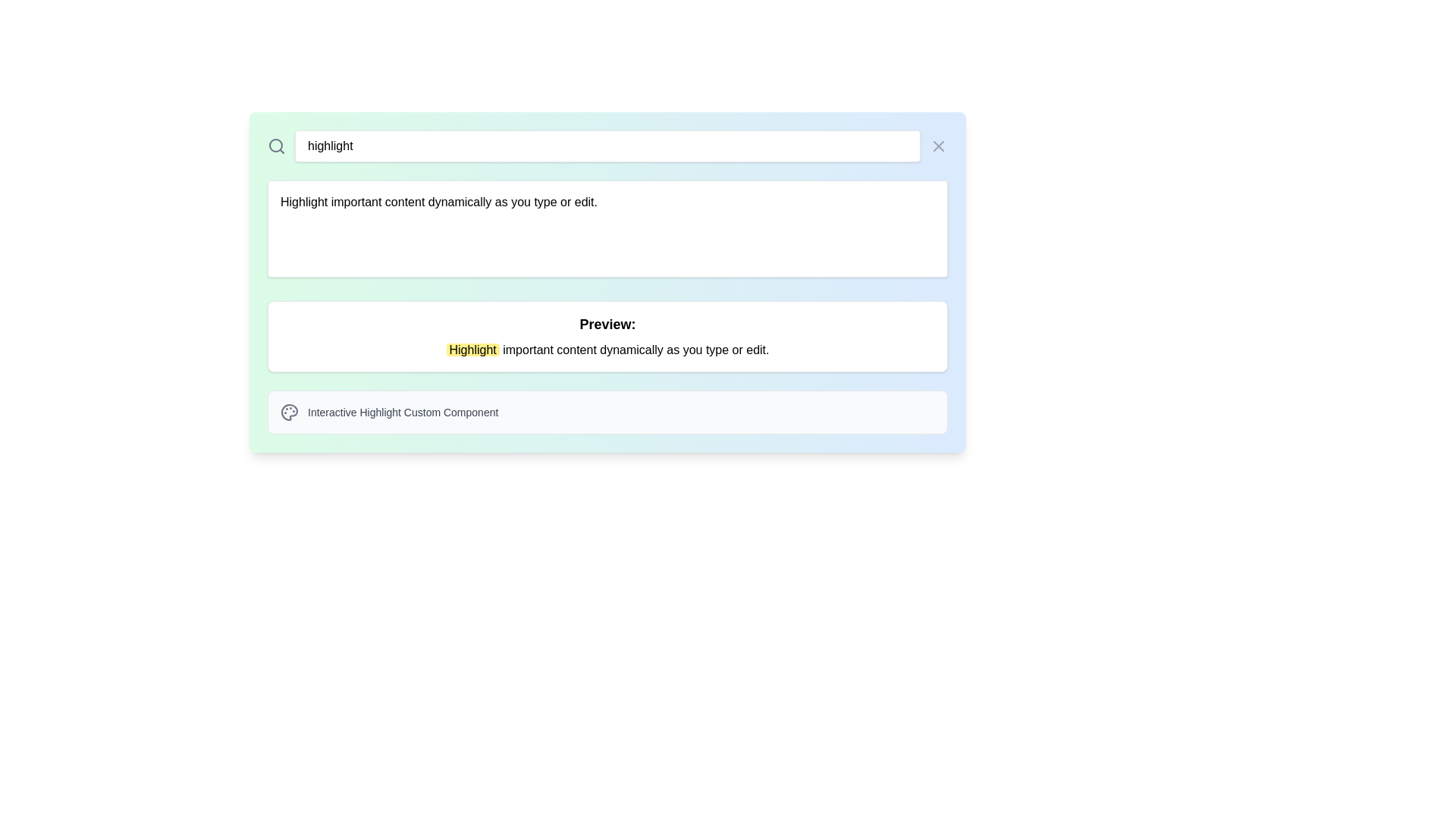  What do you see at coordinates (290, 412) in the screenshot?
I see `the main body of the palette icon, which is the largest circular shape in the decorative icon located at the lower-right of the view` at bounding box center [290, 412].